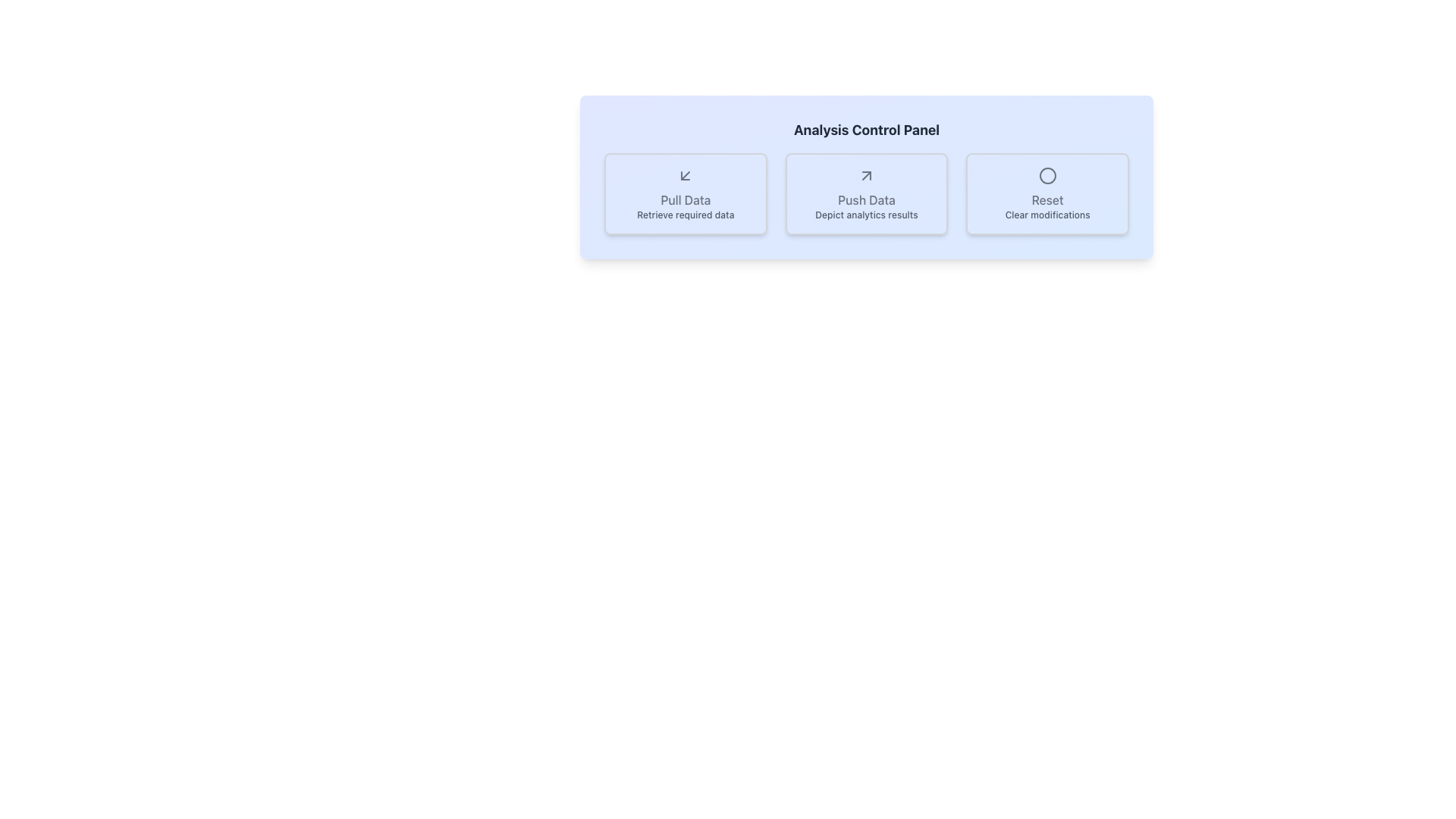 Image resolution: width=1456 pixels, height=819 pixels. Describe the element at coordinates (685, 174) in the screenshot. I see `the icon representing the action of pulling or importing data, located on the 'Pull Data' button in the top-left corner of the control panel` at that location.